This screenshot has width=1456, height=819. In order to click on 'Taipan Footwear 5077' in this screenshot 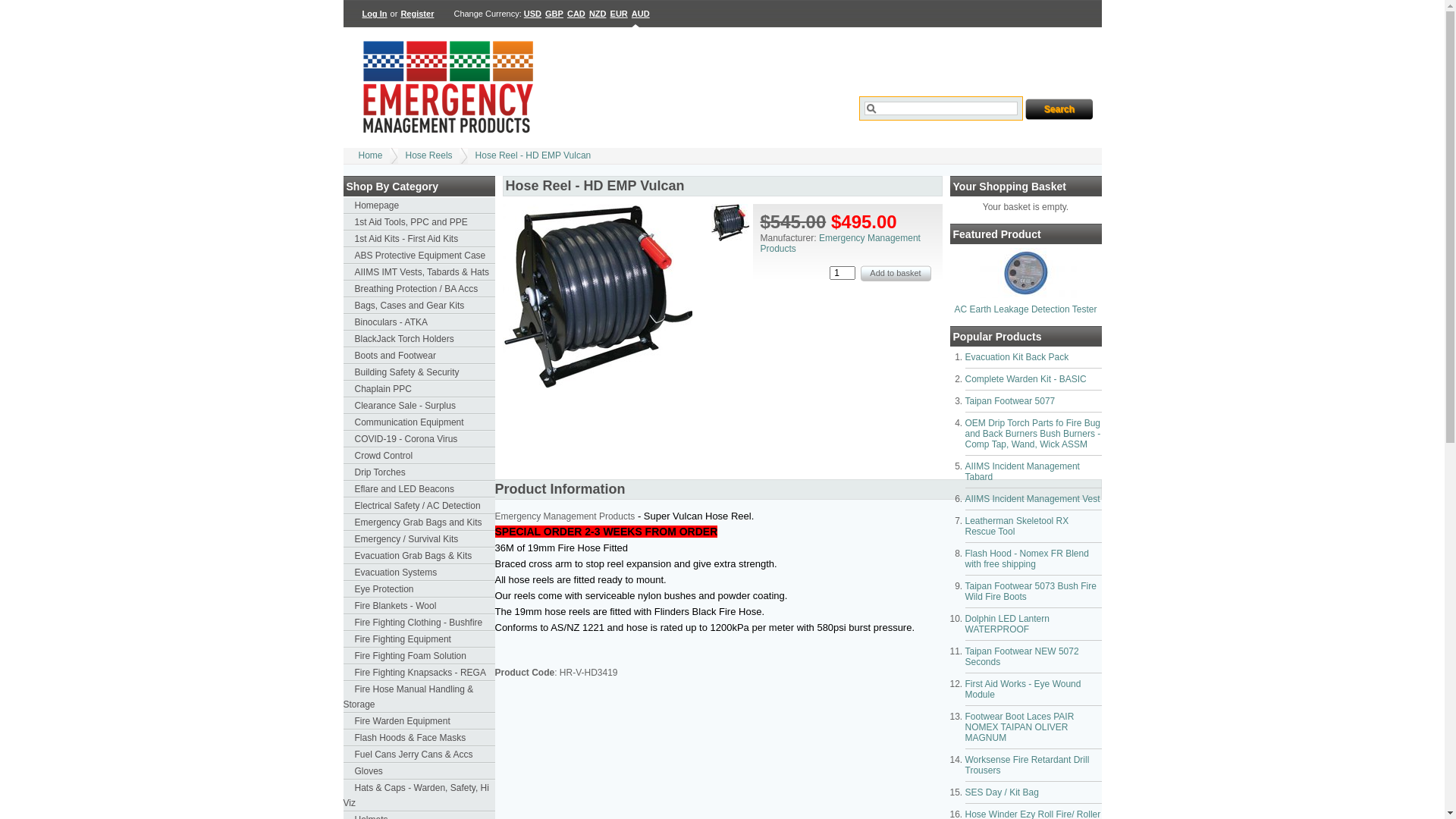, I will do `click(1009, 400)`.